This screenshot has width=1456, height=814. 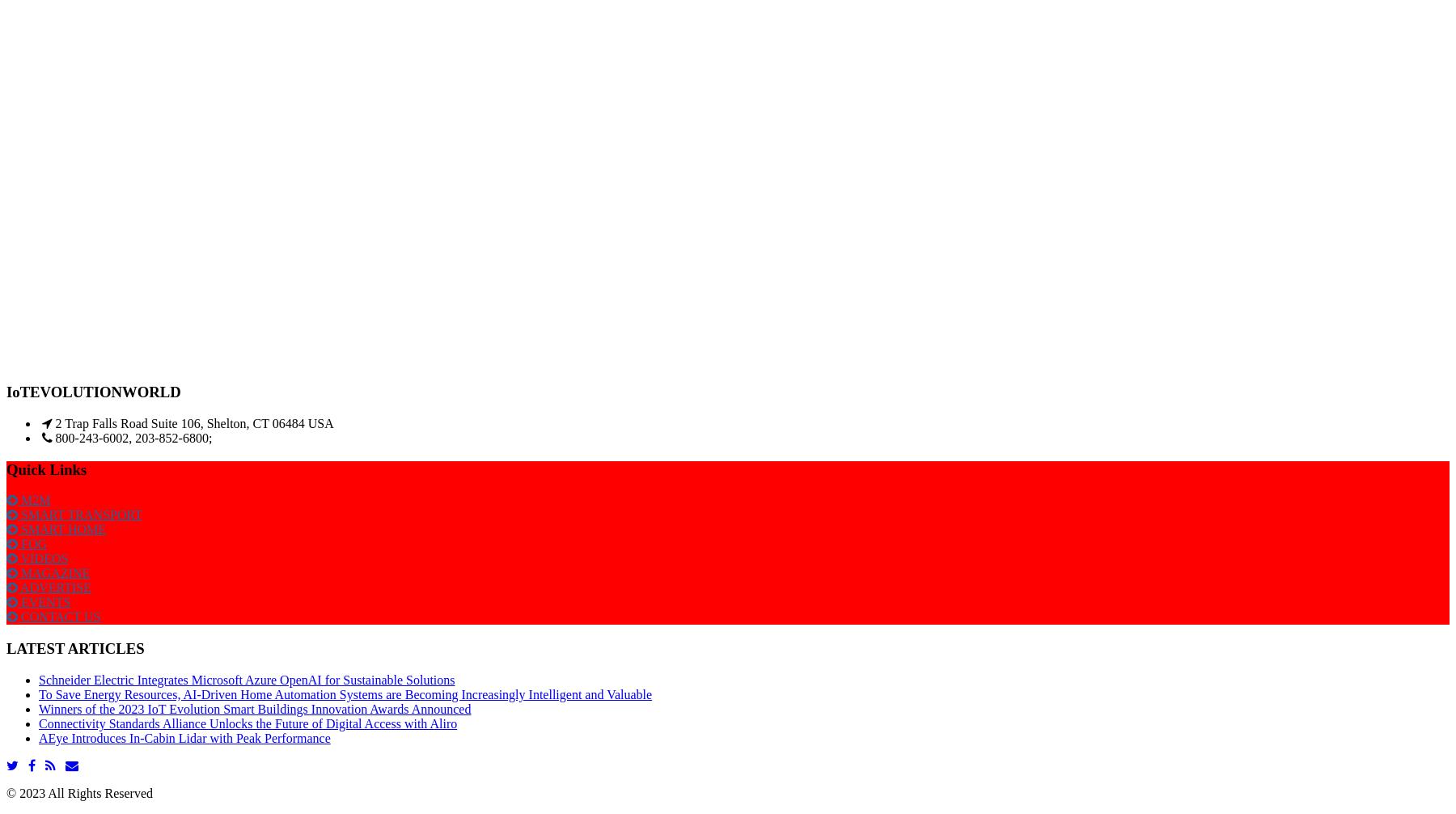 I want to click on 'Winners of the 2023 IoT Evolution Smart Buildings Innovation Awards Announced', so click(x=254, y=707).